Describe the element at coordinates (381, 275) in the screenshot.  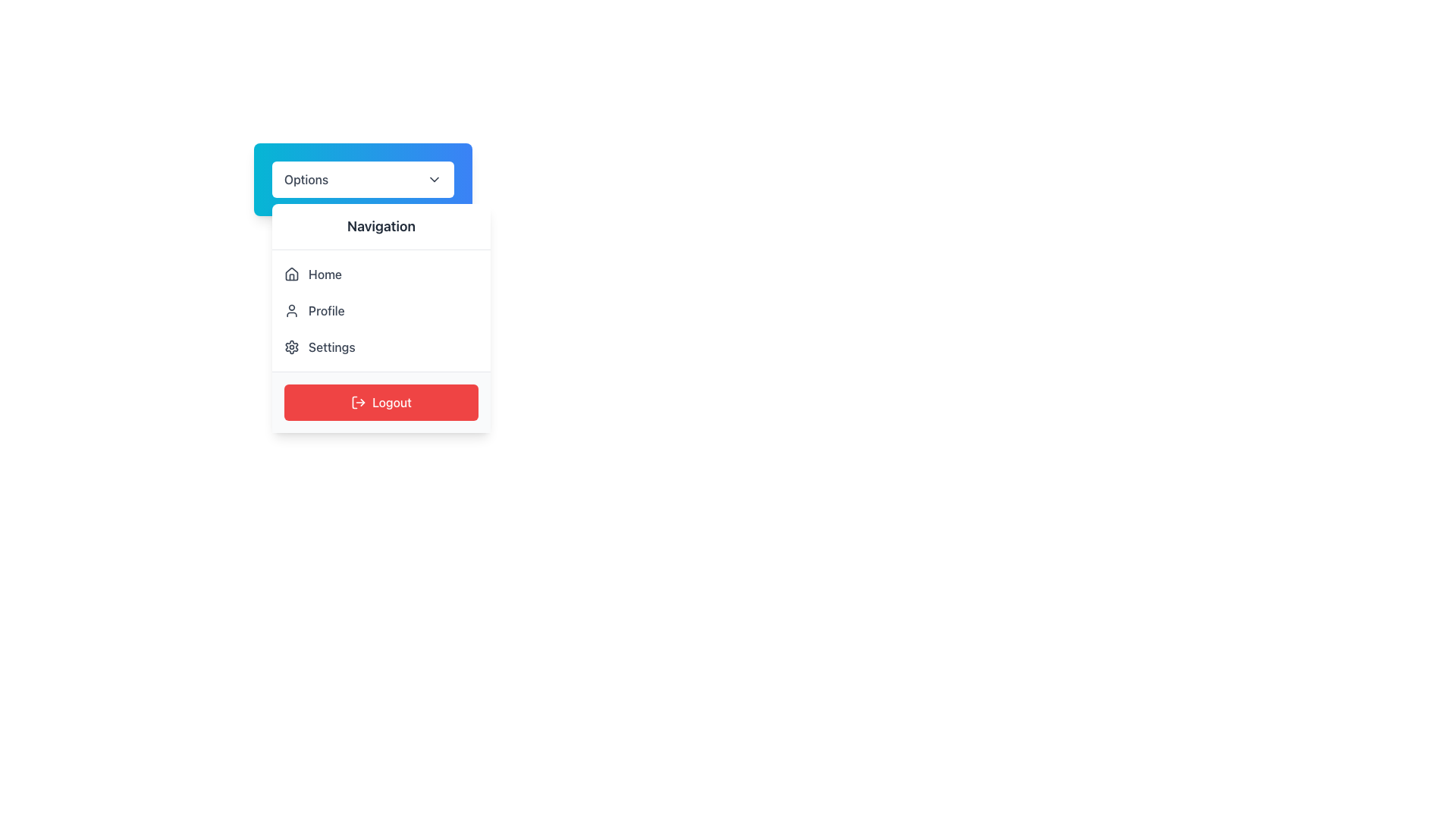
I see `the first button in the 'Navigation' dropdown list that serves as a link to the 'Home' page` at that location.